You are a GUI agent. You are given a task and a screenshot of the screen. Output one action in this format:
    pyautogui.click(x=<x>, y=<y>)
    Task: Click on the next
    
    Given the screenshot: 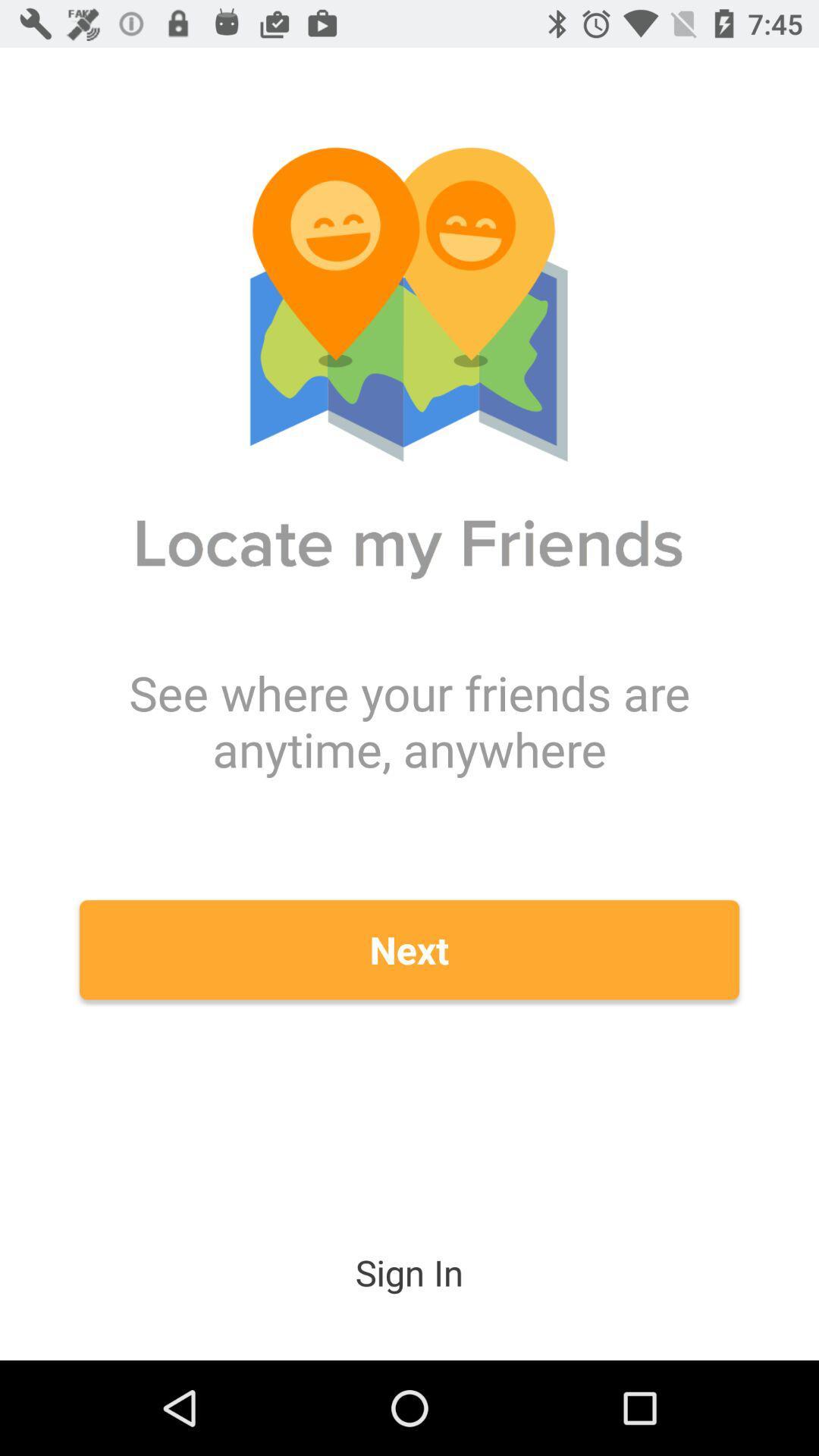 What is the action you would take?
    pyautogui.click(x=409, y=949)
    